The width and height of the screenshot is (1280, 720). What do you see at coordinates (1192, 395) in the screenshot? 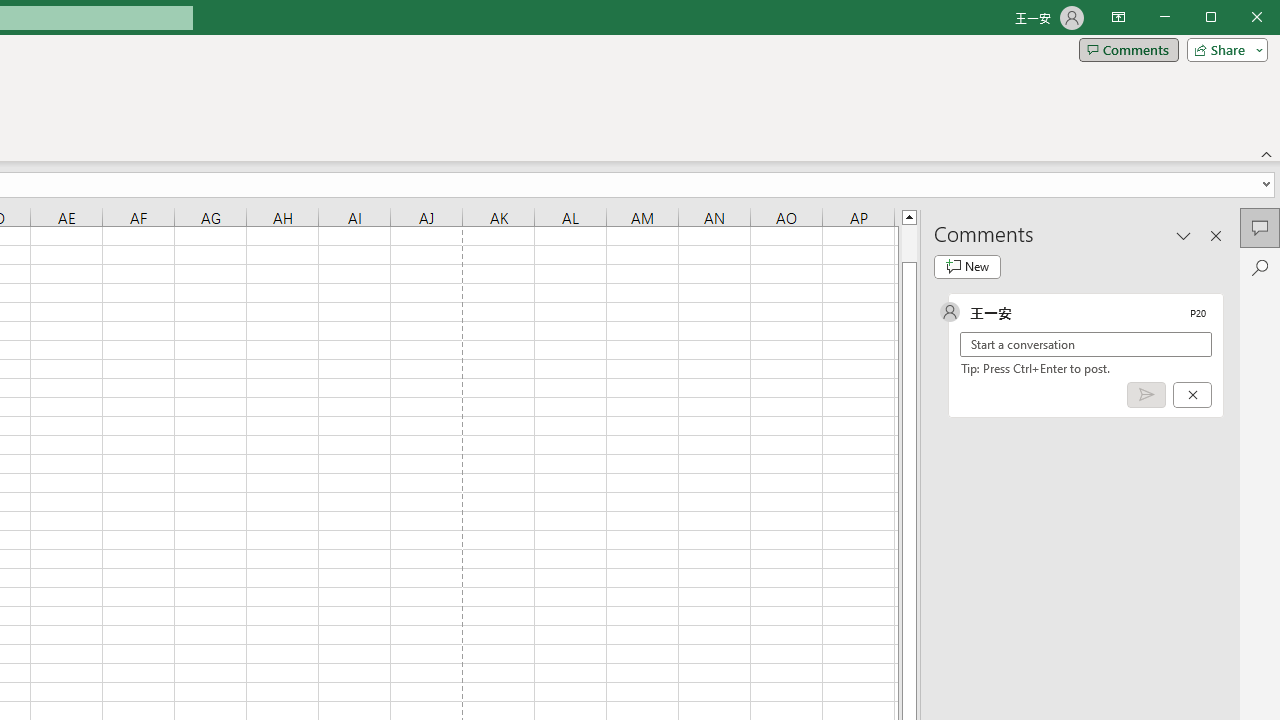
I see `'Cancel'` at bounding box center [1192, 395].